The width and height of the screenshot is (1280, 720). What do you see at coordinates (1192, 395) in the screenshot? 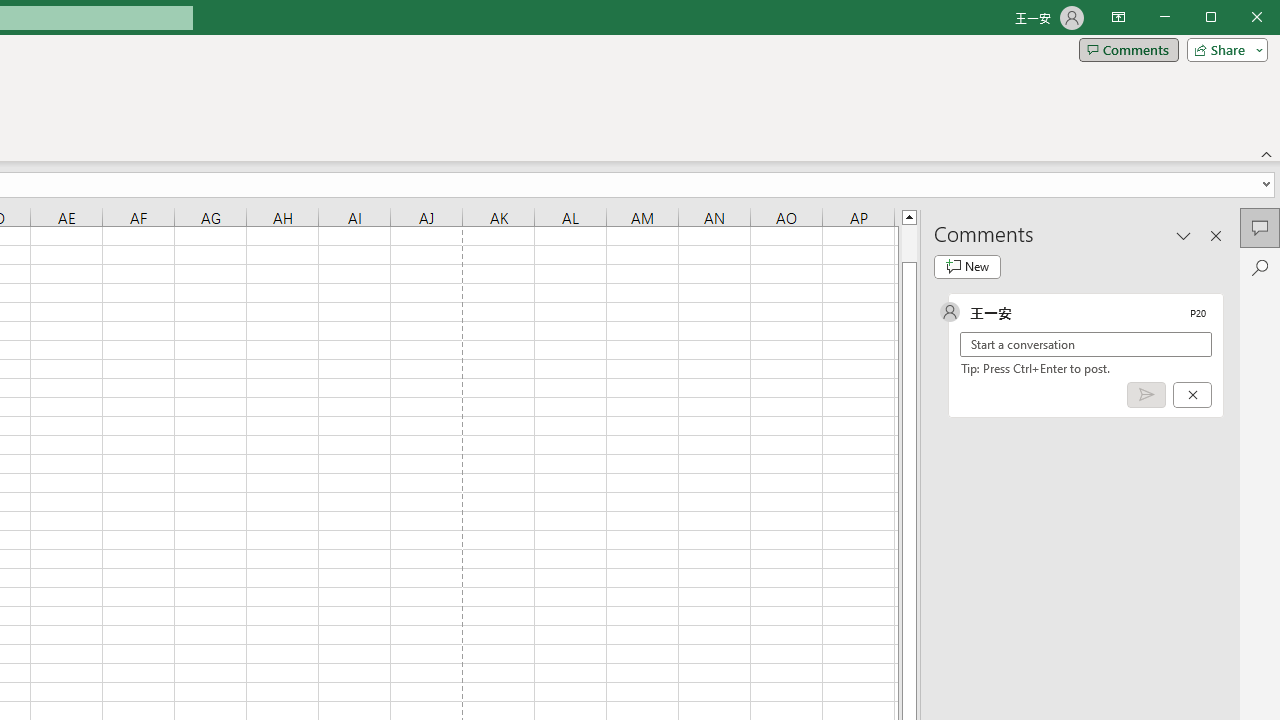
I see `'Cancel'` at bounding box center [1192, 395].